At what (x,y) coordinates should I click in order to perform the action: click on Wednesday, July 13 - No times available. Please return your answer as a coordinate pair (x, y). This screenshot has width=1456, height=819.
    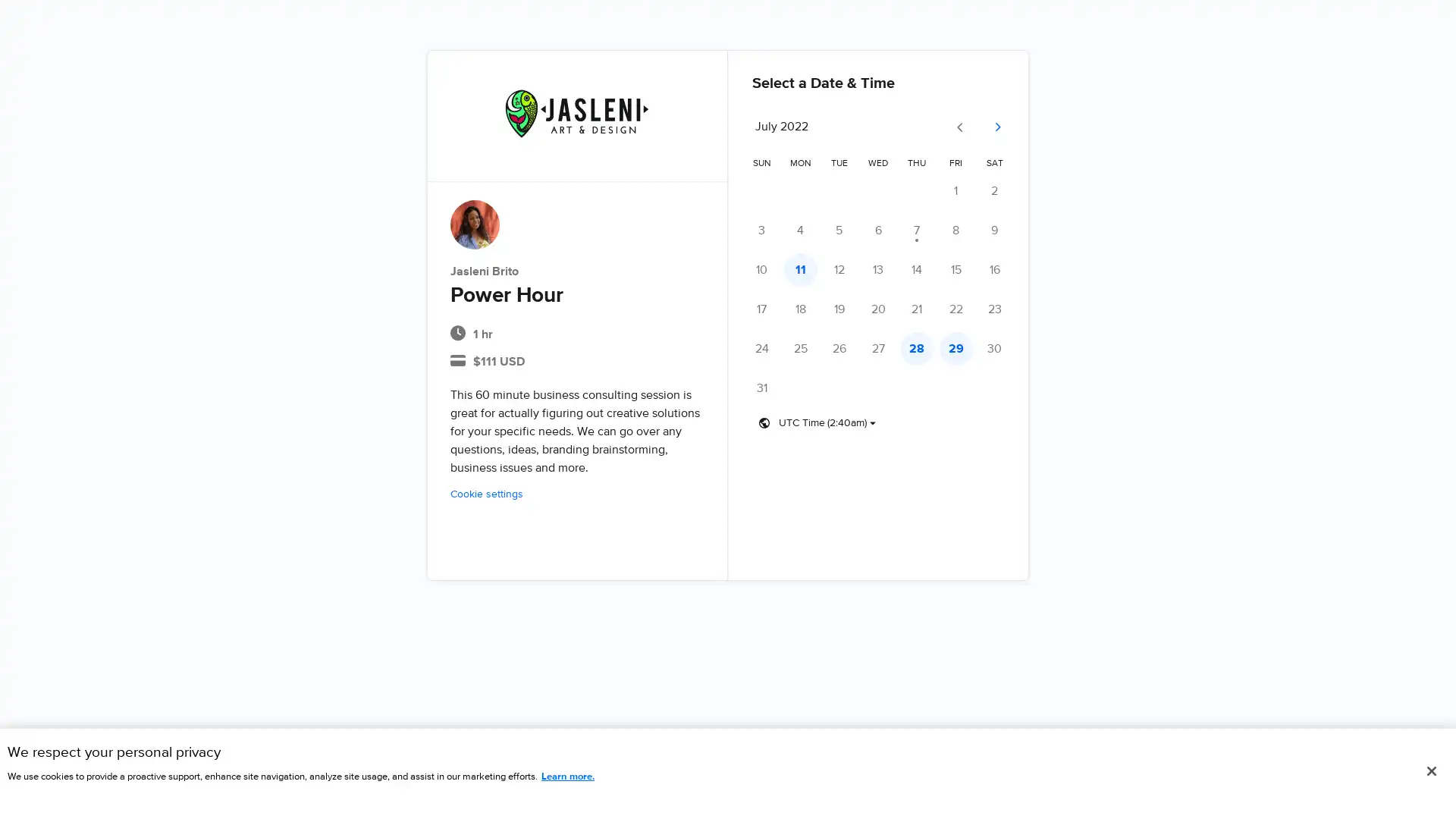
    Looking at the image, I should click on (878, 268).